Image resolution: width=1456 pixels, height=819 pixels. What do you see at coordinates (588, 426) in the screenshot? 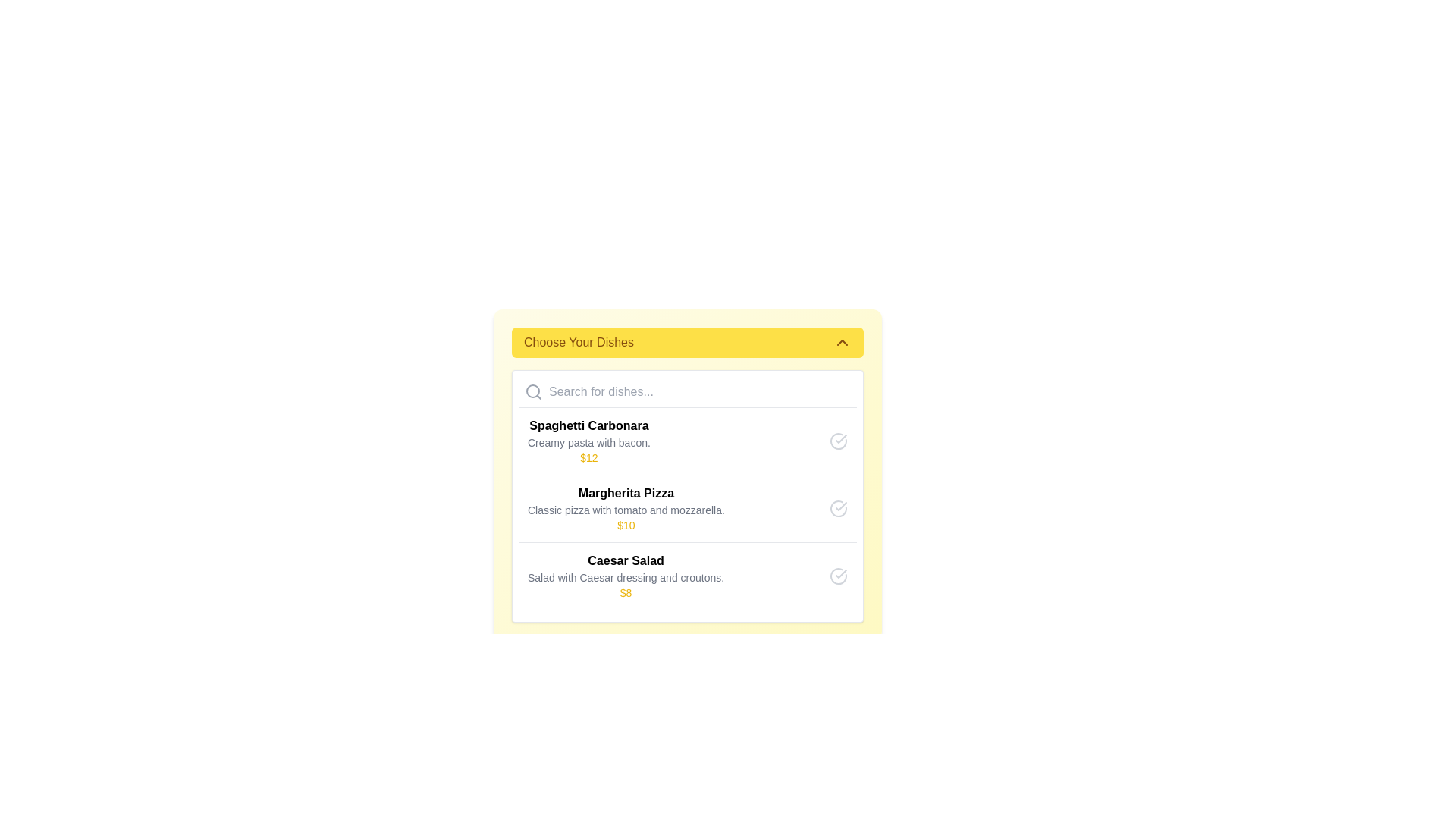
I see `the text label displaying the title 'Spaghetti Carbonara', which is prominently positioned above the descriptive text and price within a yellow-themed card interface` at bounding box center [588, 426].